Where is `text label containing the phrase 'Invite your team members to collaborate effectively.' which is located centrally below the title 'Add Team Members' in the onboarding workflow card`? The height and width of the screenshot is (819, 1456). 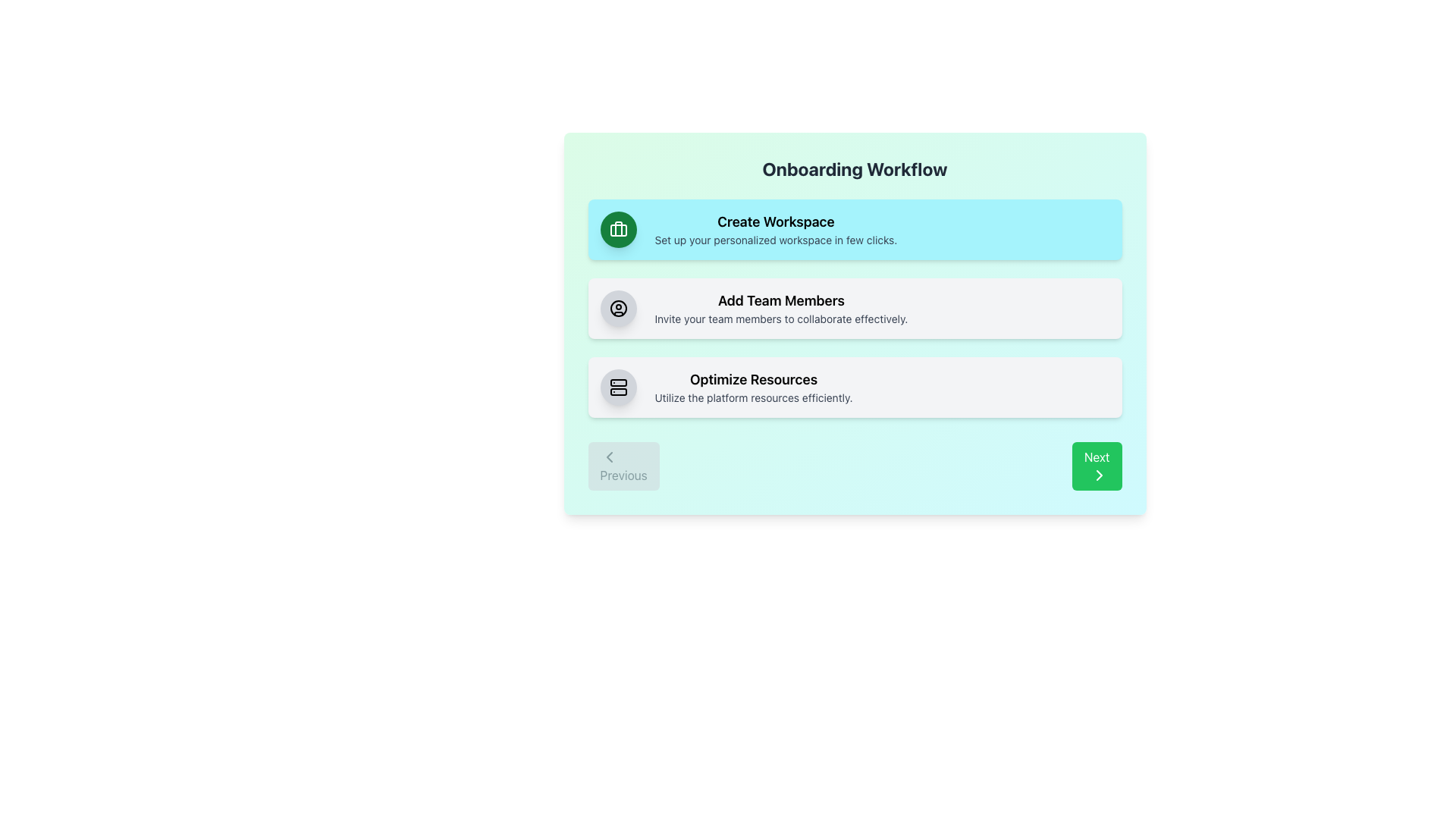 text label containing the phrase 'Invite your team members to collaborate effectively.' which is located centrally below the title 'Add Team Members' in the onboarding workflow card is located at coordinates (781, 318).